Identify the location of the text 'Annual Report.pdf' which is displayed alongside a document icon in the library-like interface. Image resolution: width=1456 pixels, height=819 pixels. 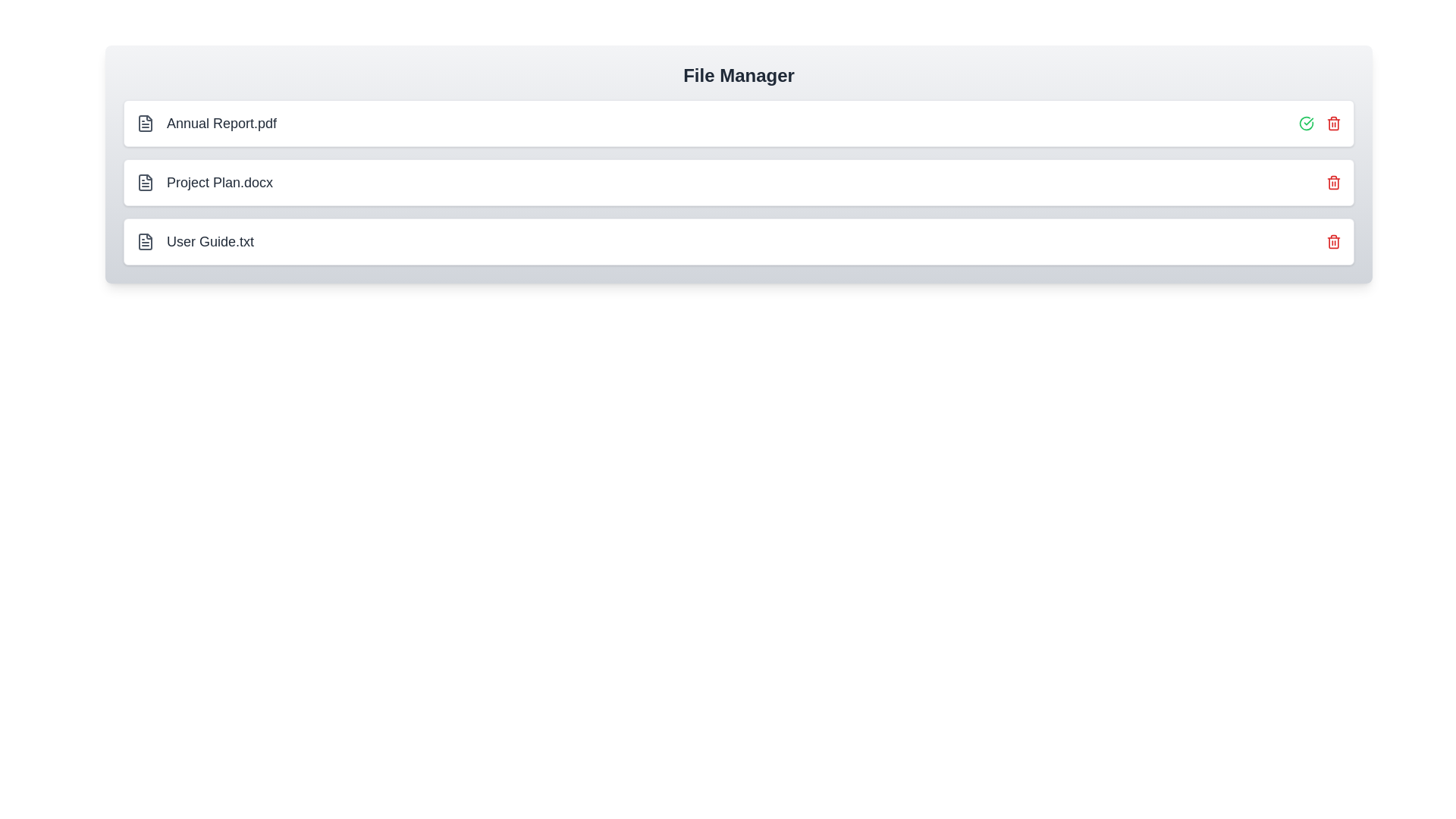
(206, 122).